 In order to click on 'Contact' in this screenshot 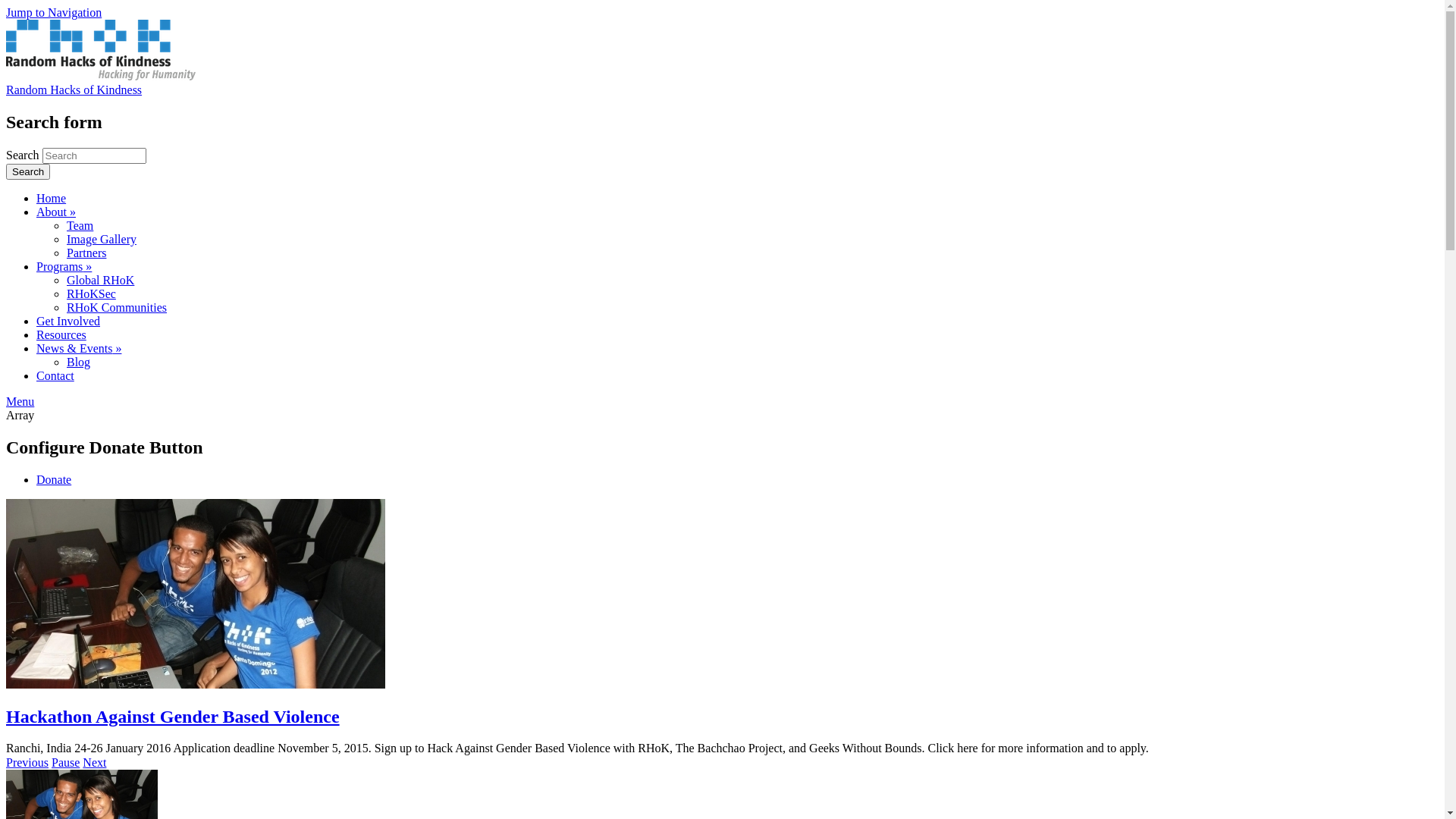, I will do `click(55, 375)`.